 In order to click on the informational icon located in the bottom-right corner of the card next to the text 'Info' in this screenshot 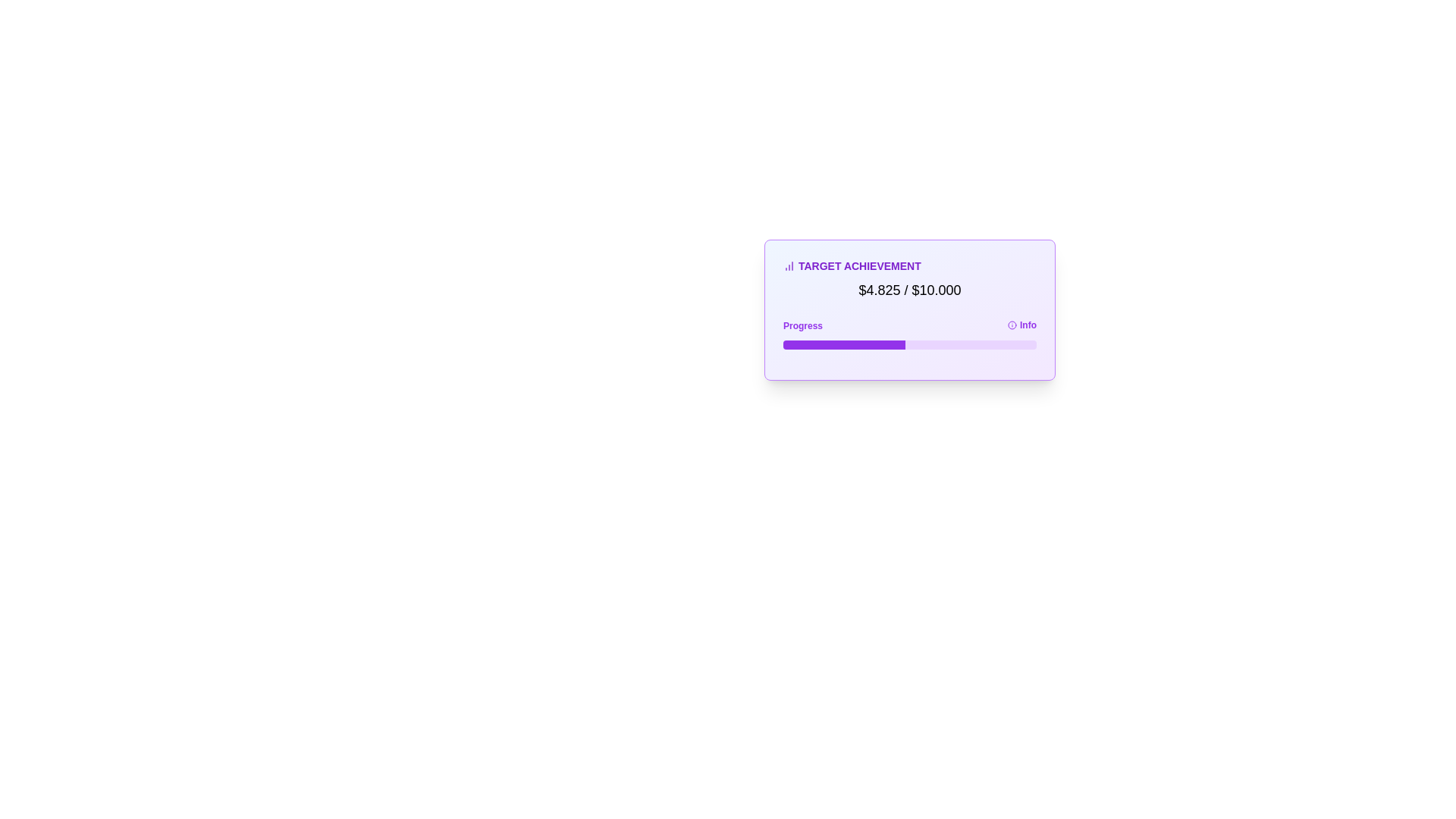, I will do `click(1012, 324)`.